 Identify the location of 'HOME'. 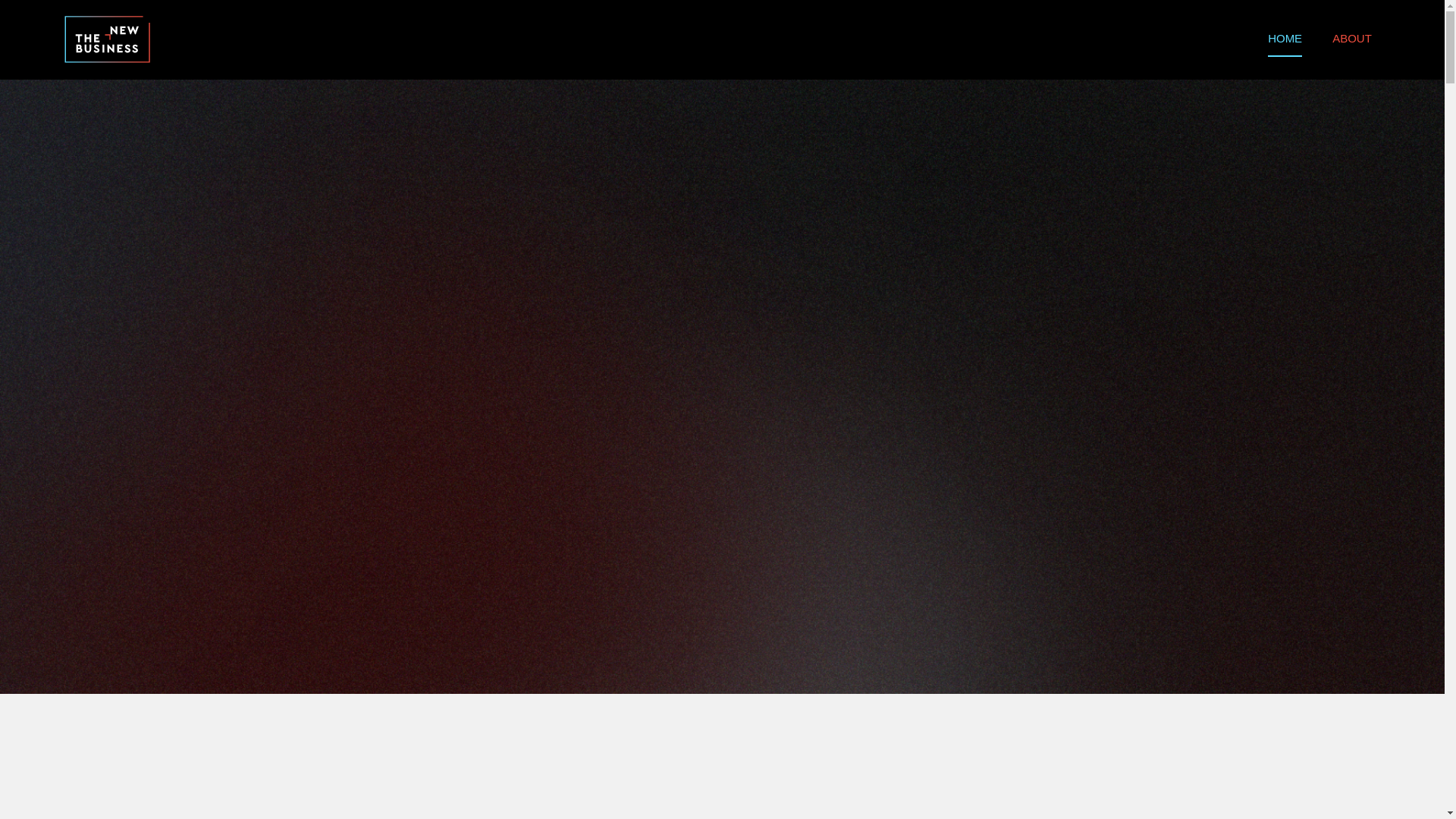
(1284, 35).